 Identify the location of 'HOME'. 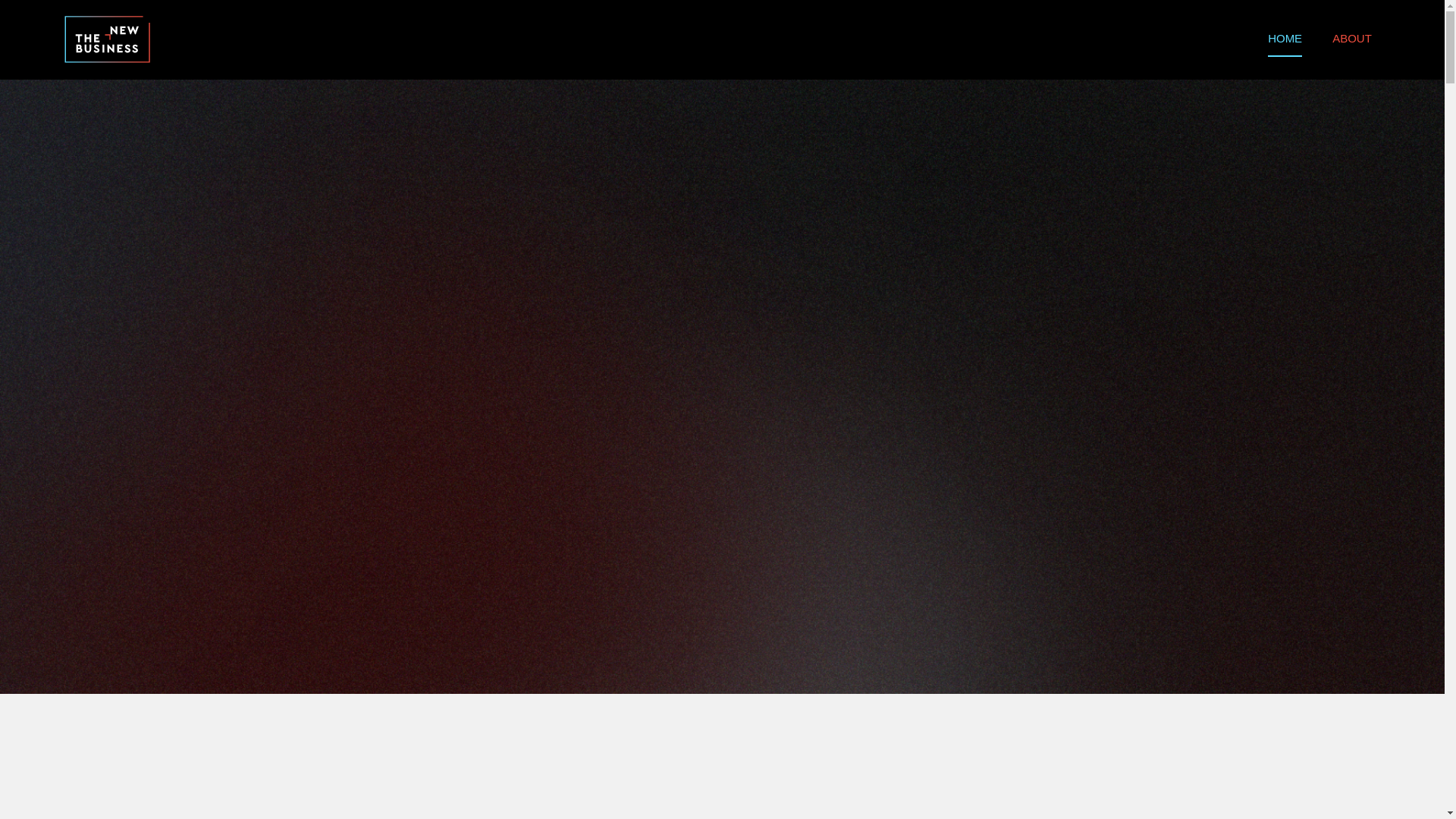
(1284, 35).